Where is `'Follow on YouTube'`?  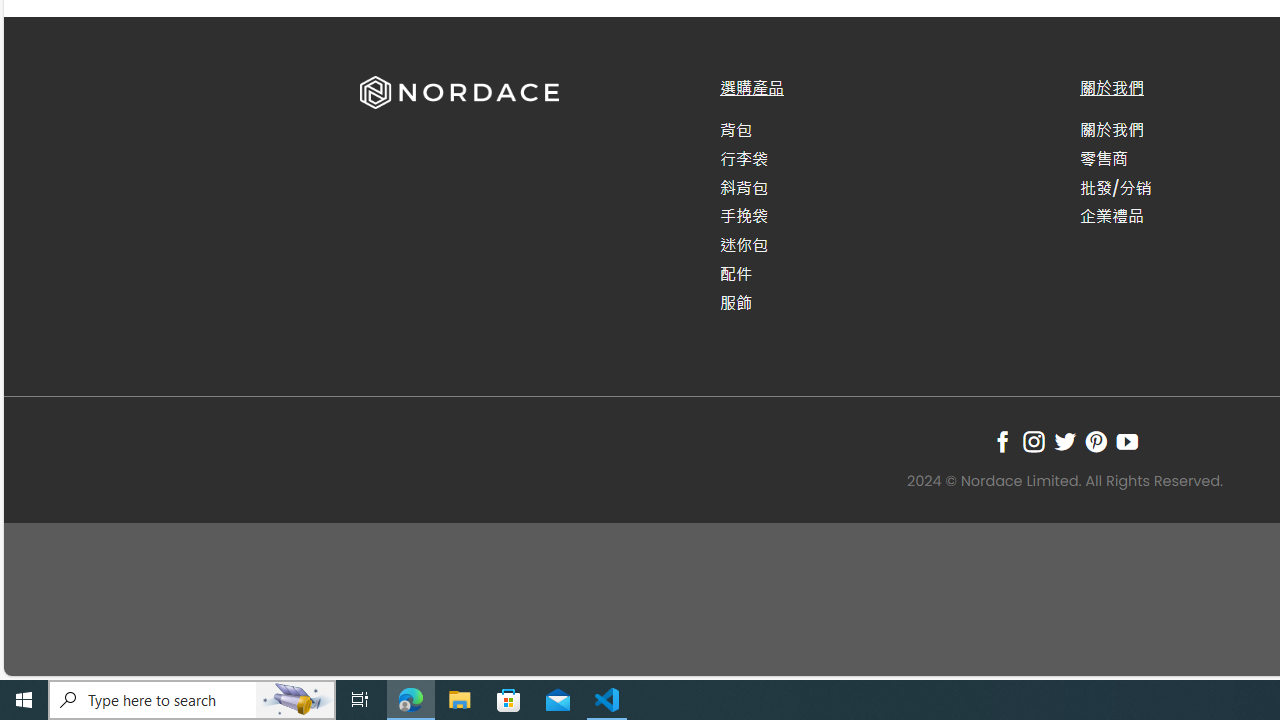 'Follow on YouTube' is located at coordinates (1127, 440).